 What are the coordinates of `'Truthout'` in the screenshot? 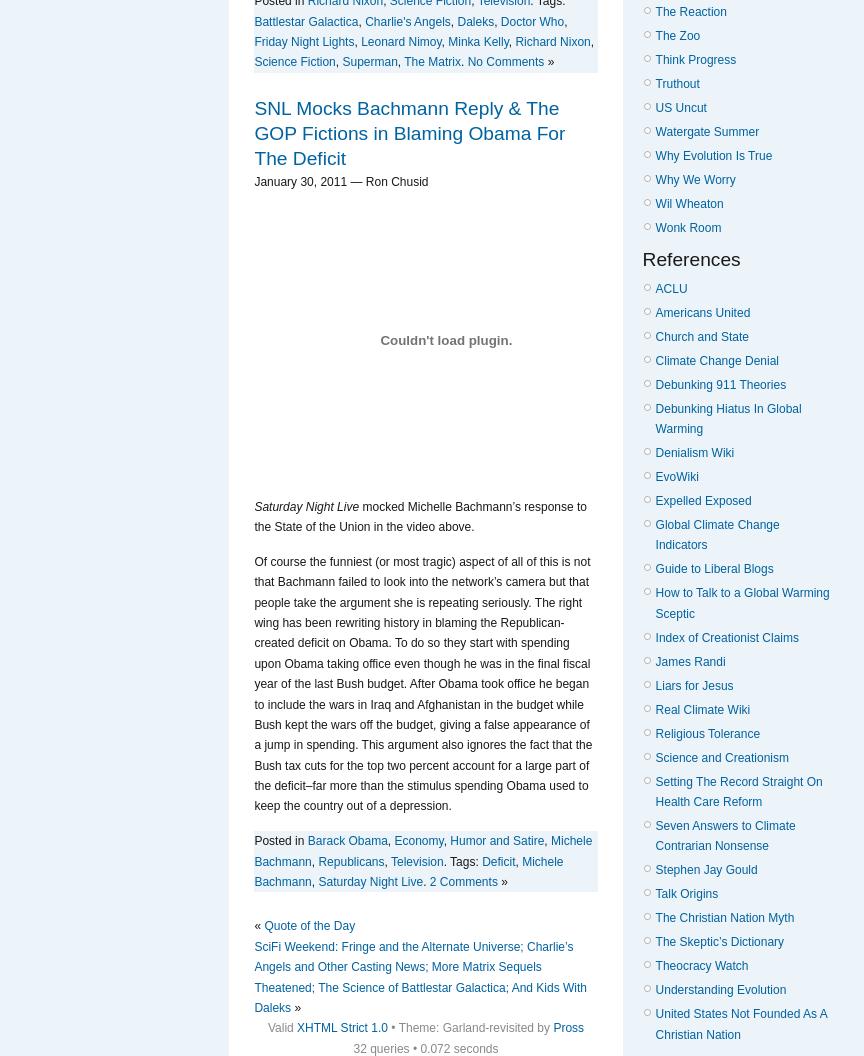 It's located at (677, 82).